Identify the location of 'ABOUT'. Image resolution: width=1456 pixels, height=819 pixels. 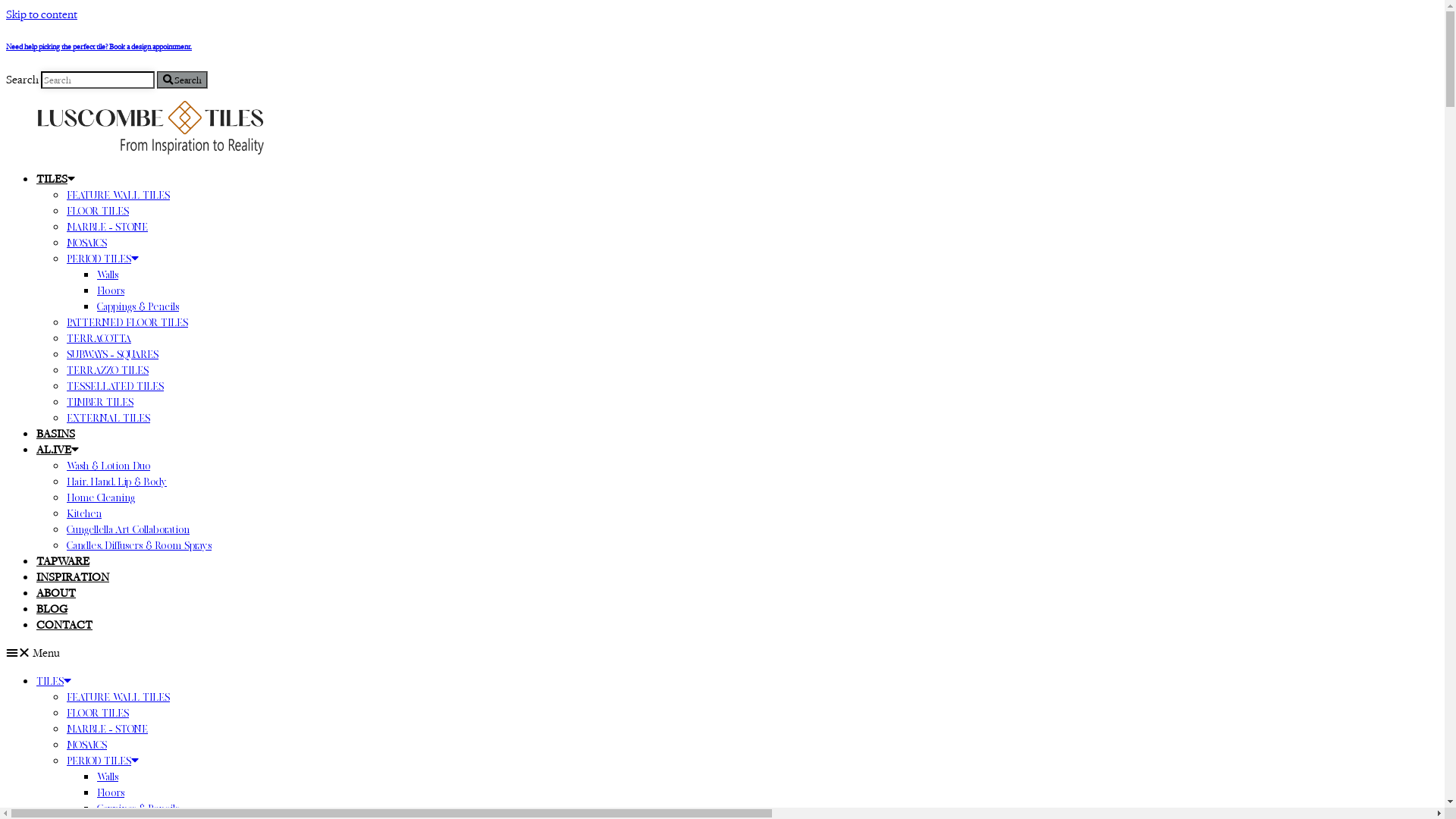
(55, 591).